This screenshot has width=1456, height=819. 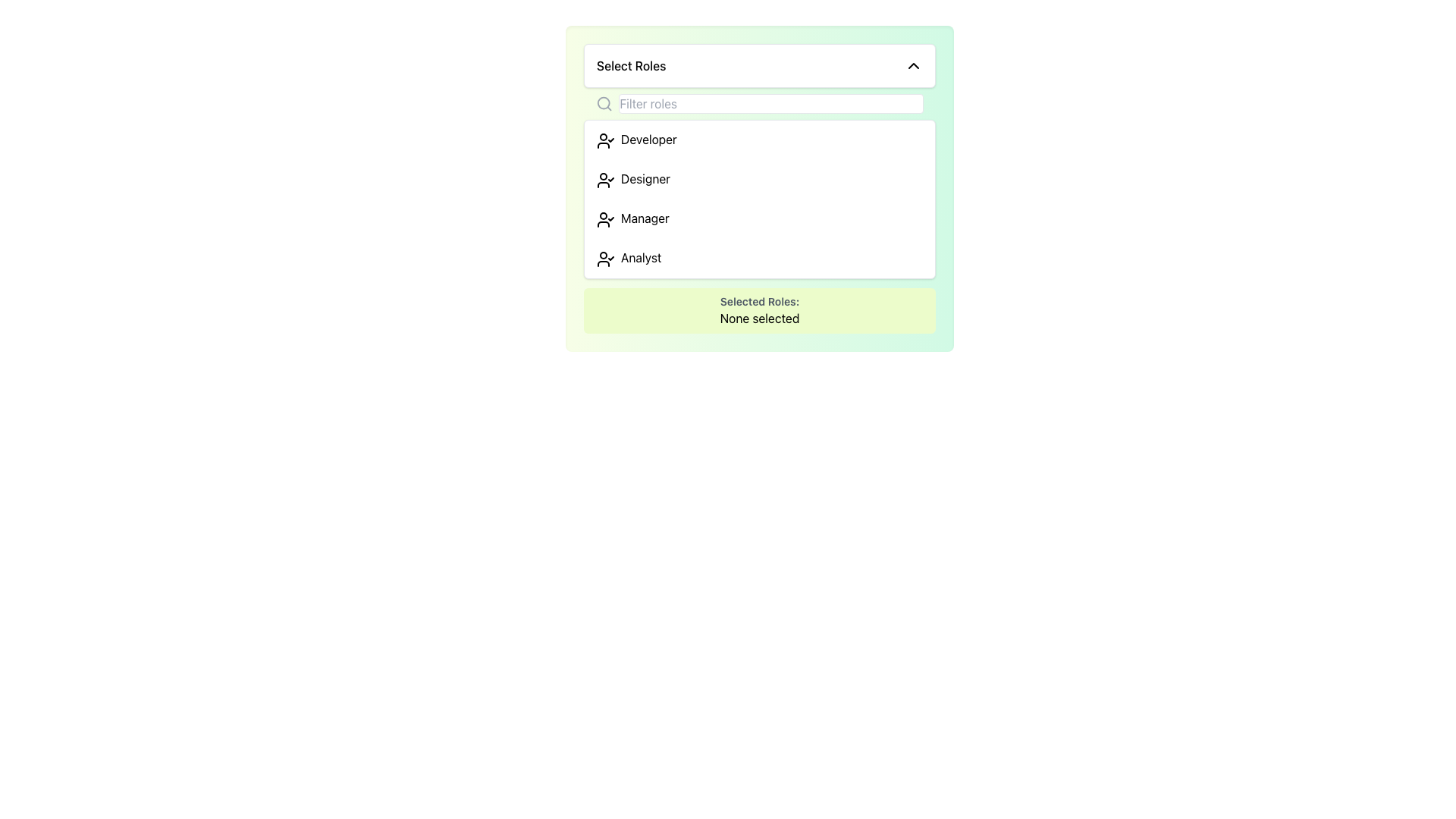 I want to click on the button located at the far right of the row labeled 'Developer' within the dropdown menu, so click(x=904, y=140).